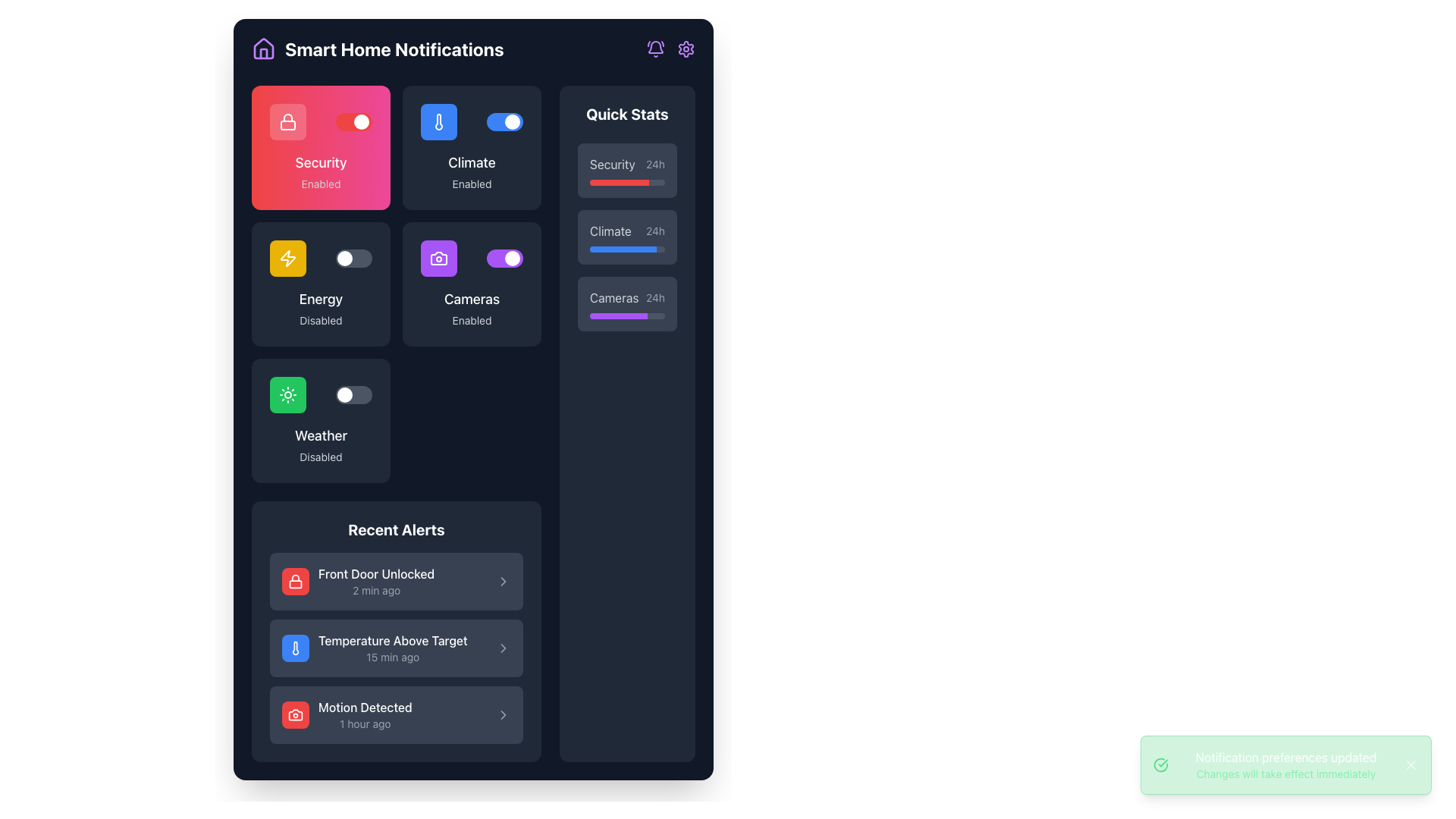 This screenshot has width=1456, height=819. Describe the element at coordinates (375, 648) in the screenshot. I see `the notification alert indicating a temperature value exceeding a defined target` at that location.